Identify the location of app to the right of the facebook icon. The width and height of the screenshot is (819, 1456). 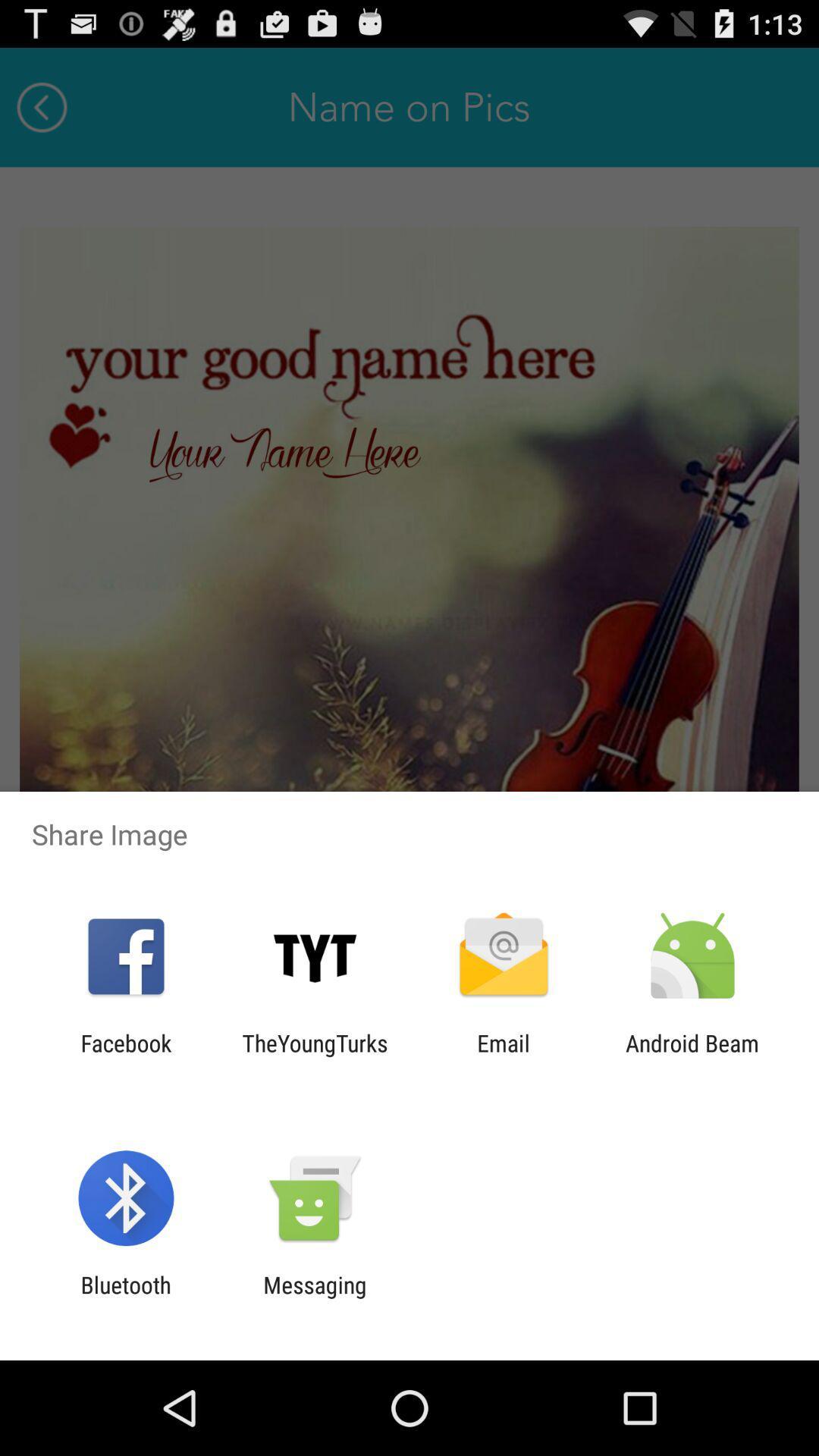
(314, 1056).